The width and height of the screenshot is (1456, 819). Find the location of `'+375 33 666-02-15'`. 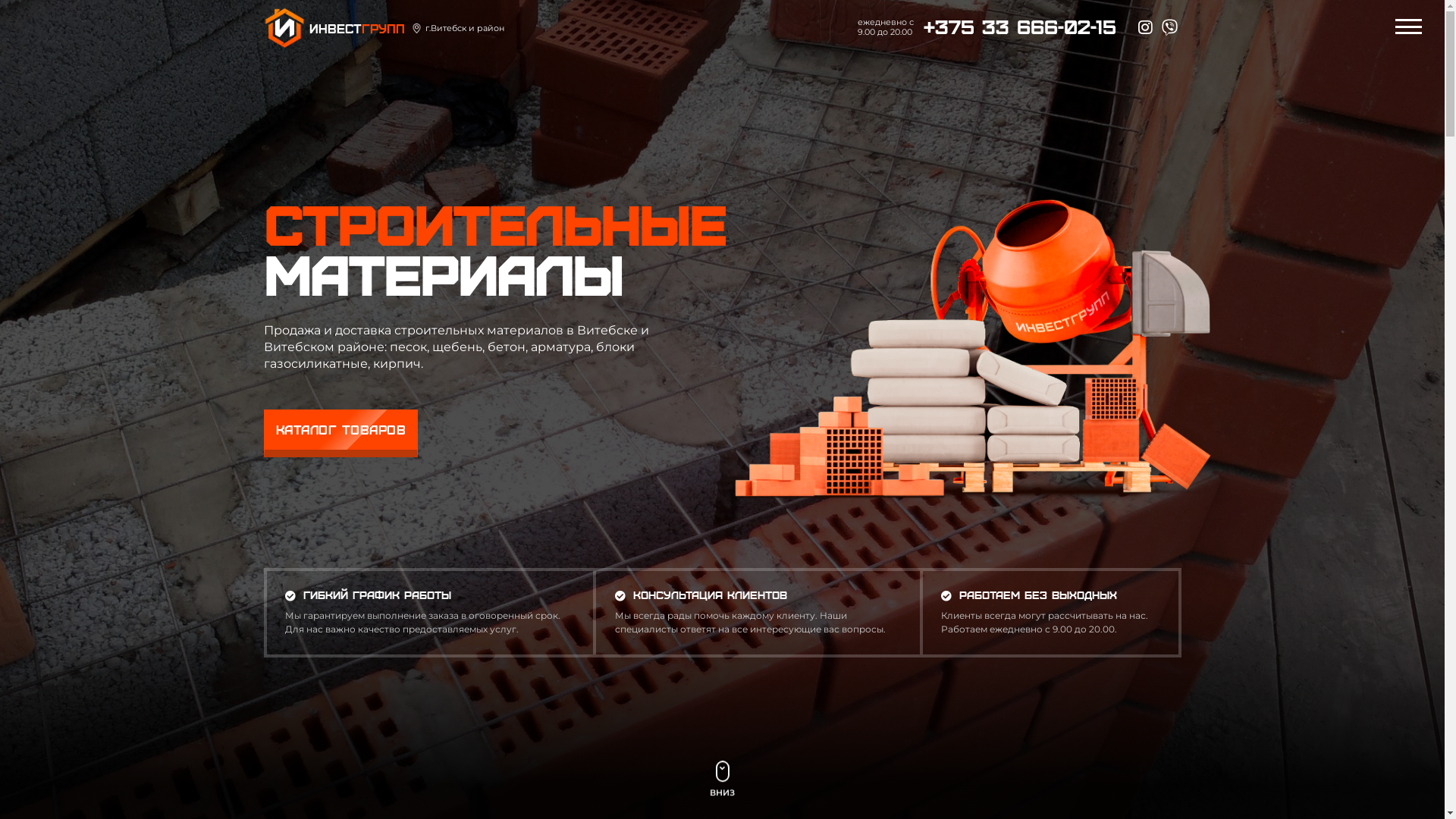

'+375 33 666-02-15' is located at coordinates (1019, 26).